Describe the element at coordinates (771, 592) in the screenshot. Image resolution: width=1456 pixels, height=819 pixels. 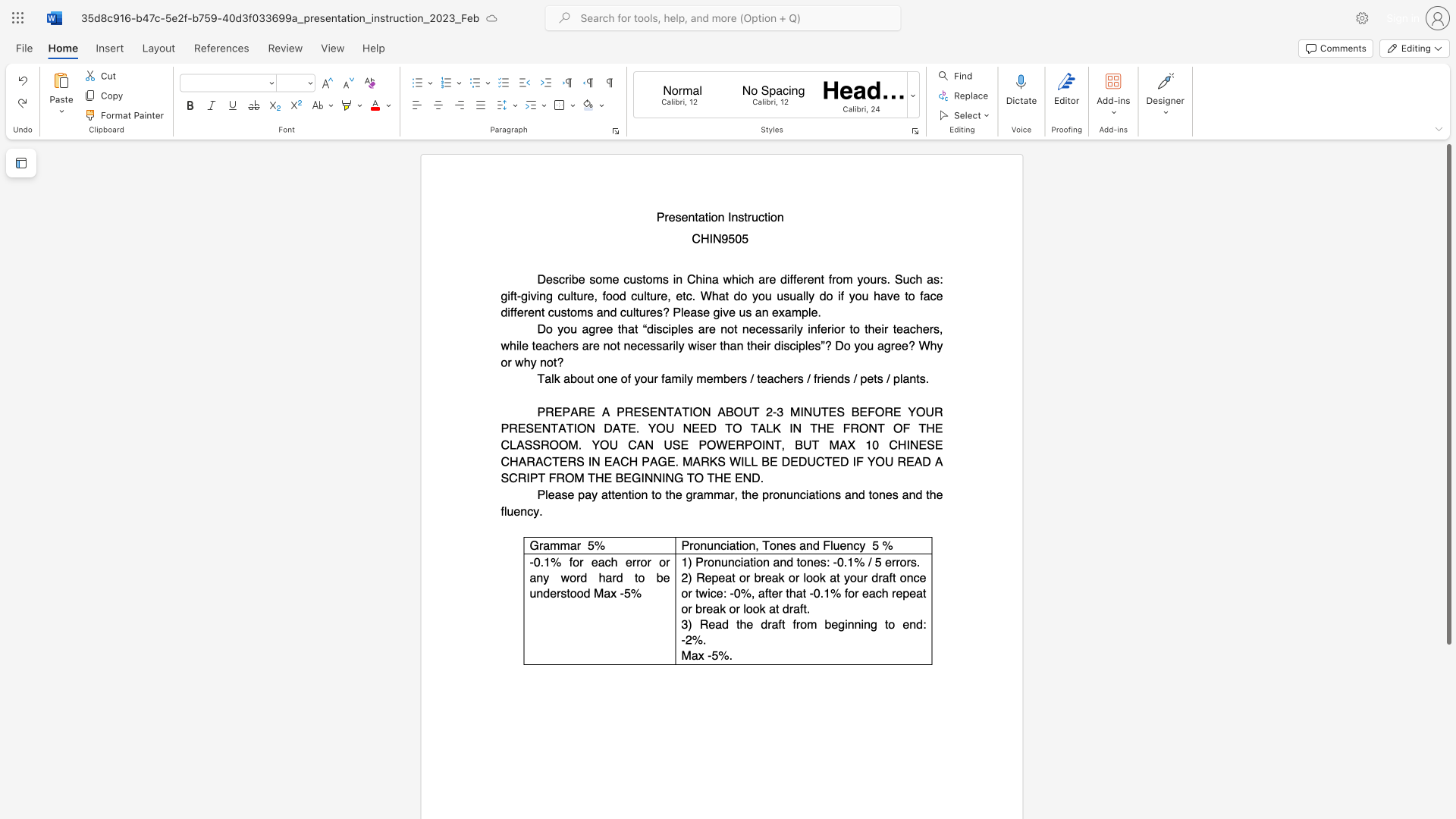
I see `the subset text "er that -0.1% for each repeat or brea" within the text "2) Repeat or break or look at your draft once or twice: -0%, after that -0.1% for each repeat or break or look at draft."` at that location.